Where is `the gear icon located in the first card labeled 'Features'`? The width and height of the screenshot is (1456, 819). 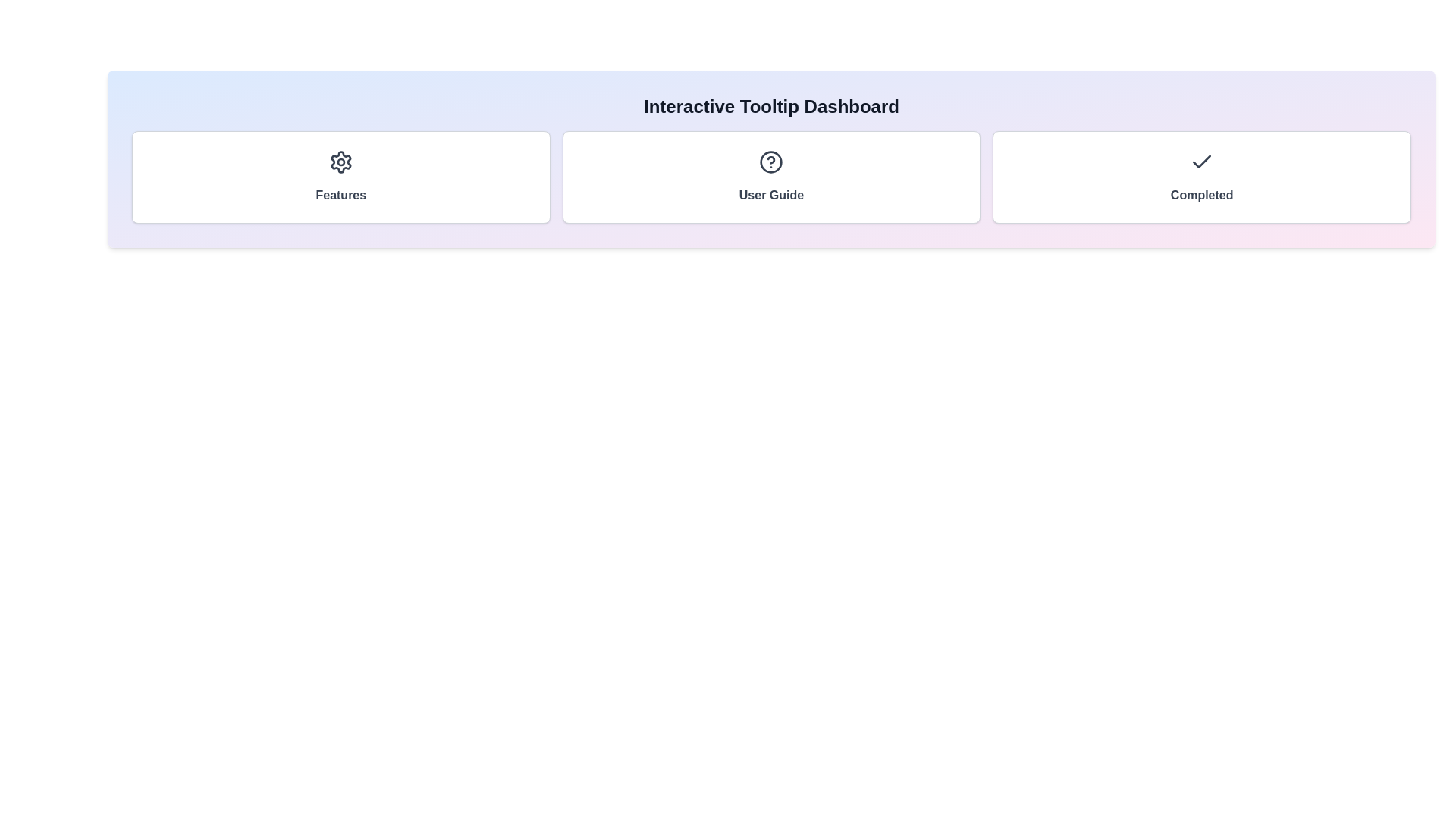
the gear icon located in the first card labeled 'Features' is located at coordinates (340, 162).